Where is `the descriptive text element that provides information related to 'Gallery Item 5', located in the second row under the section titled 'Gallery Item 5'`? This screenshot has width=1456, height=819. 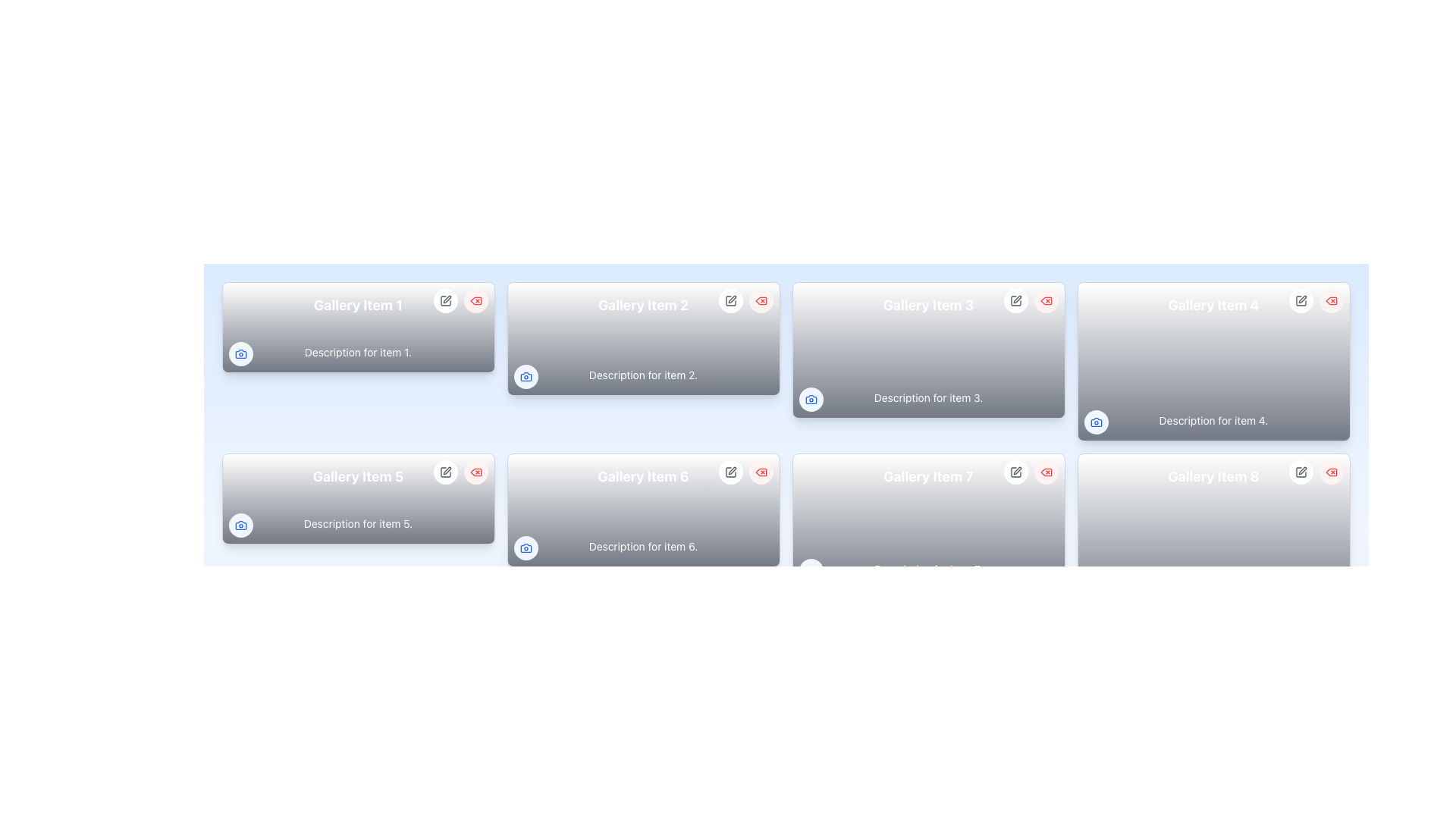 the descriptive text element that provides information related to 'Gallery Item 5', located in the second row under the section titled 'Gallery Item 5' is located at coordinates (357, 522).